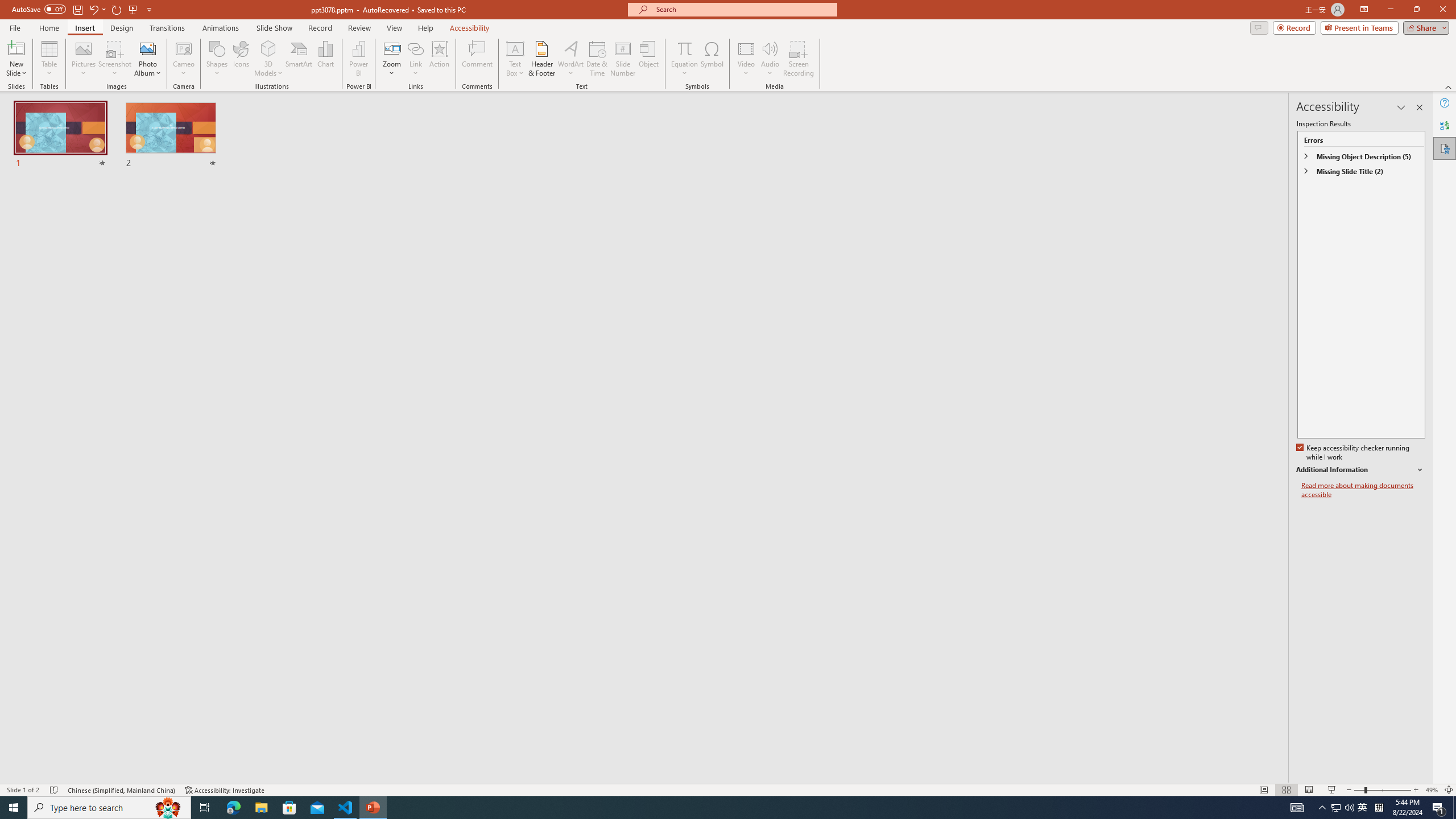  Describe the element at coordinates (1360, 470) in the screenshot. I see `'Additional Information'` at that location.